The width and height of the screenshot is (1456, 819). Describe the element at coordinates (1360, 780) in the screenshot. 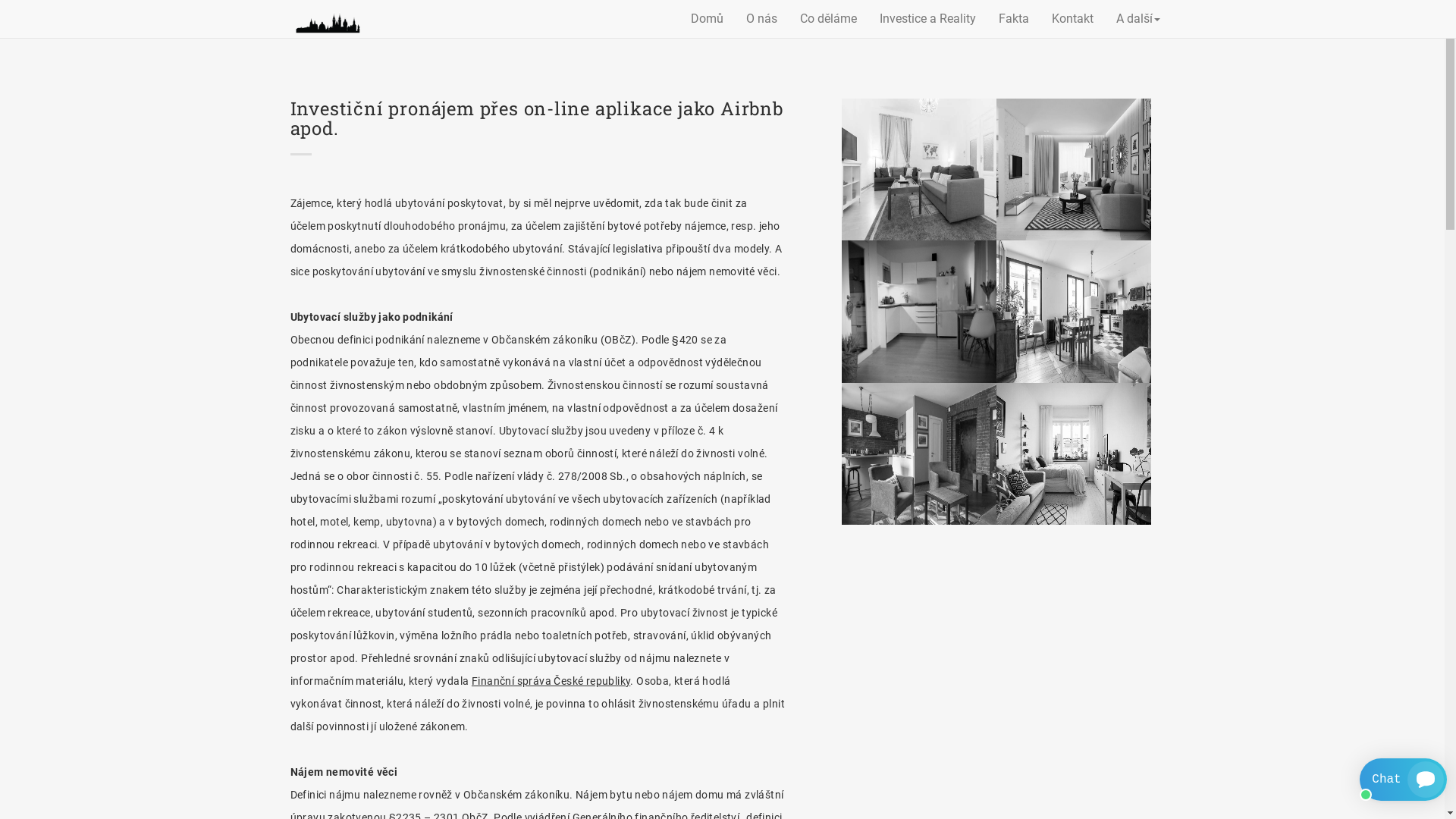

I see `'Smartsupp widget button'` at that location.